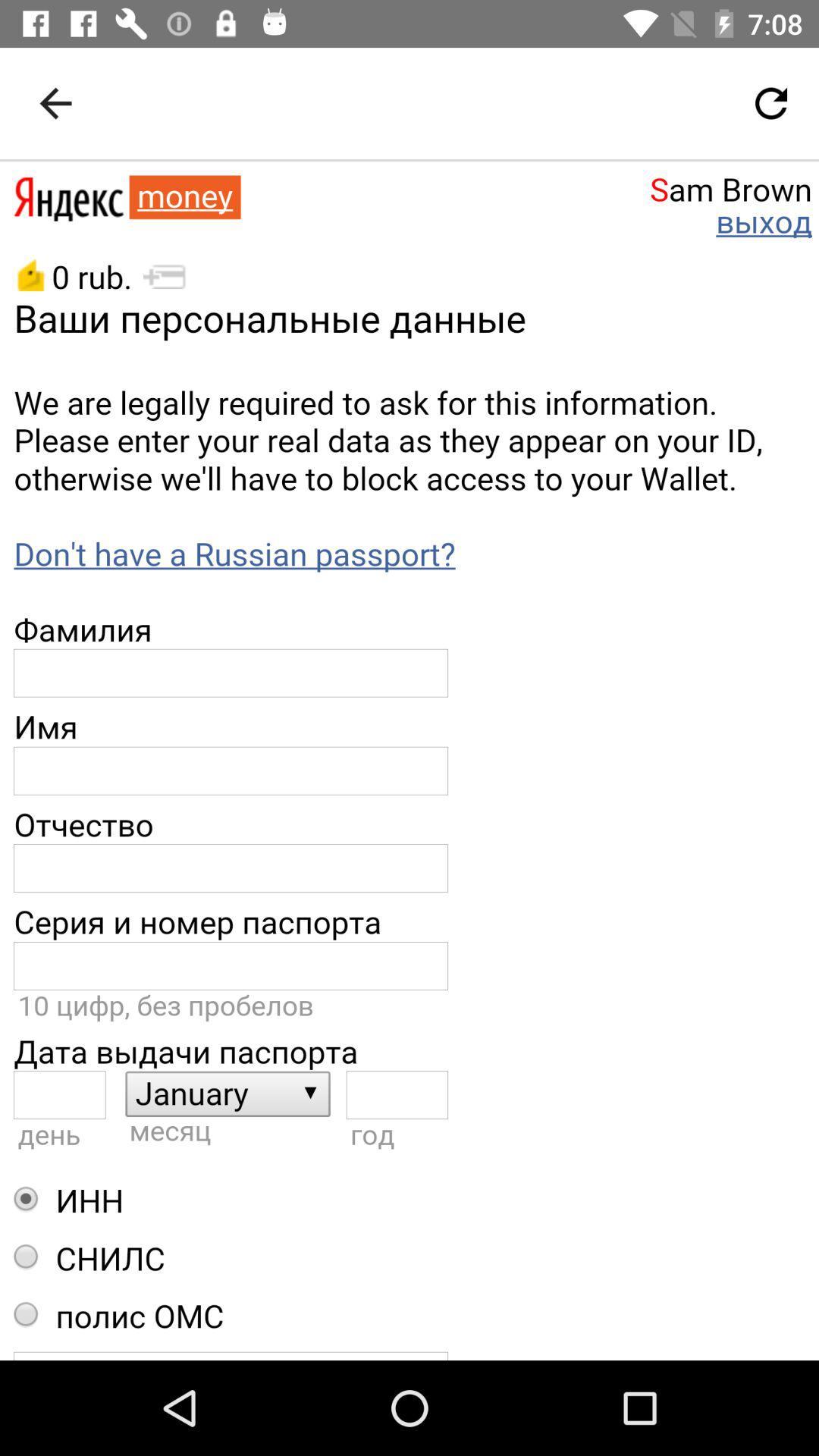  I want to click on description, so click(409, 761).